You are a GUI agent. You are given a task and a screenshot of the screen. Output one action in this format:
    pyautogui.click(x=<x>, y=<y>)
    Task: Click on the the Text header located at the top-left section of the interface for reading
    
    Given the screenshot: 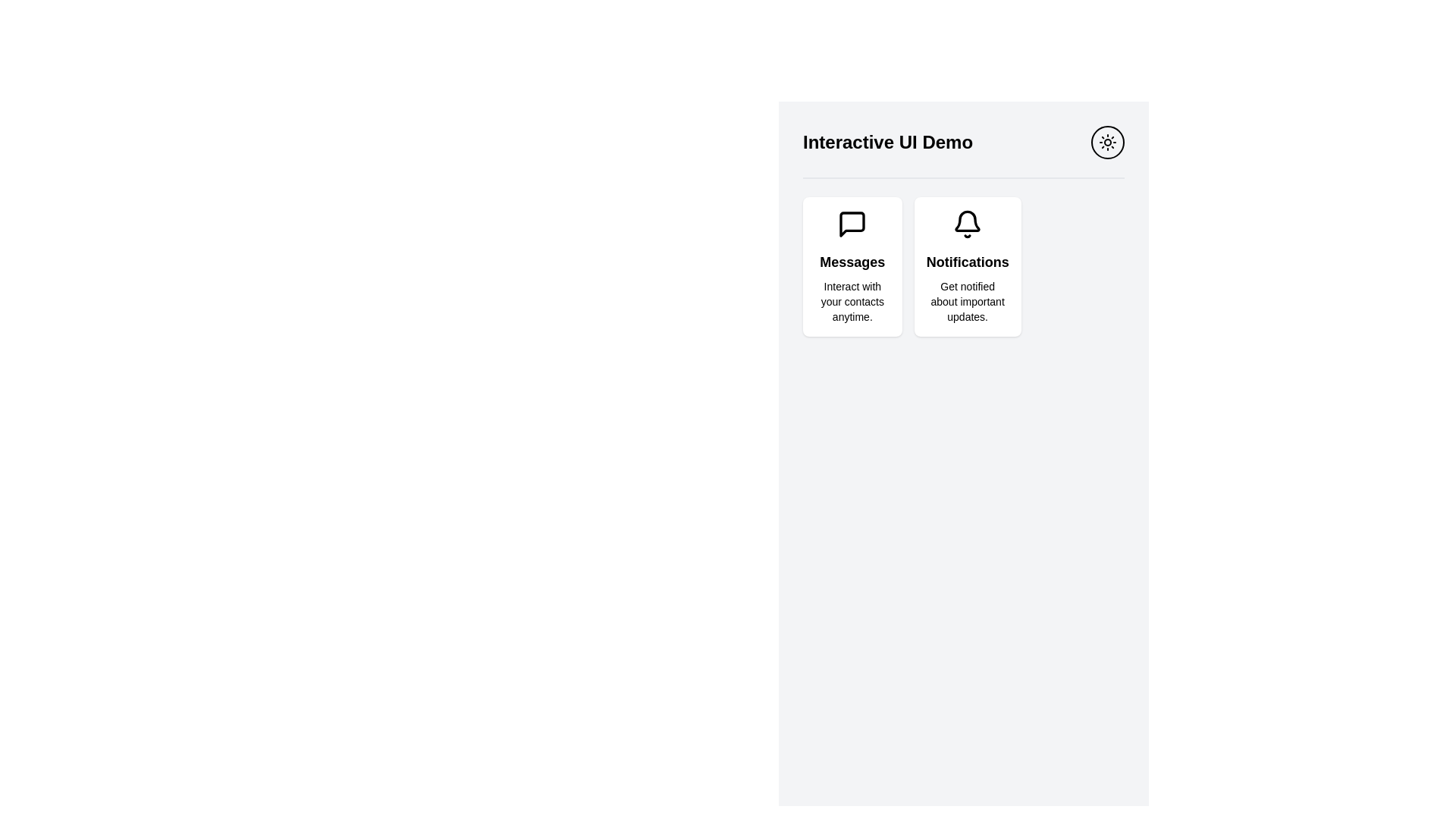 What is the action you would take?
    pyautogui.click(x=888, y=143)
    